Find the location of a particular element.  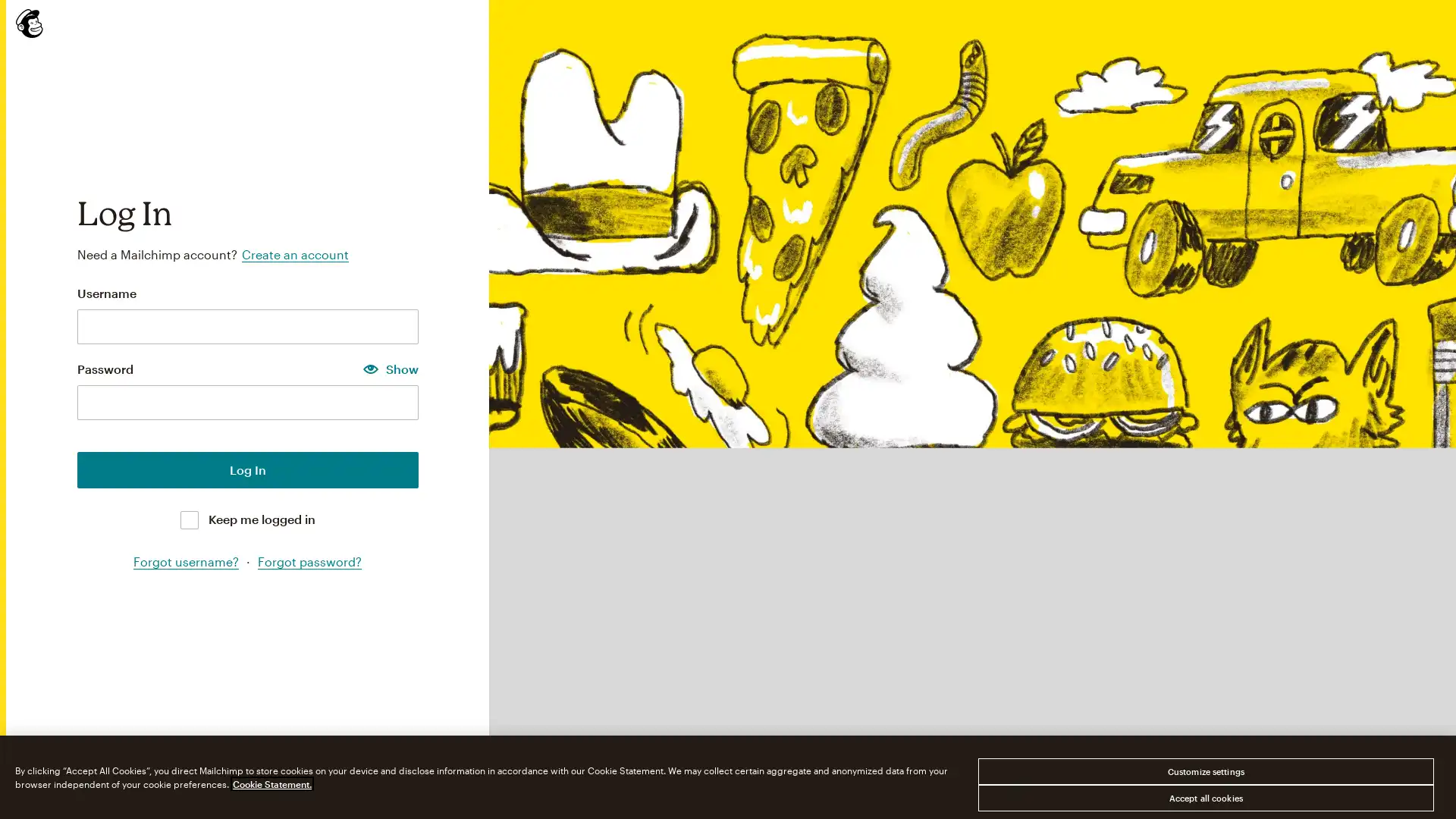

Log In is located at coordinates (247, 468).